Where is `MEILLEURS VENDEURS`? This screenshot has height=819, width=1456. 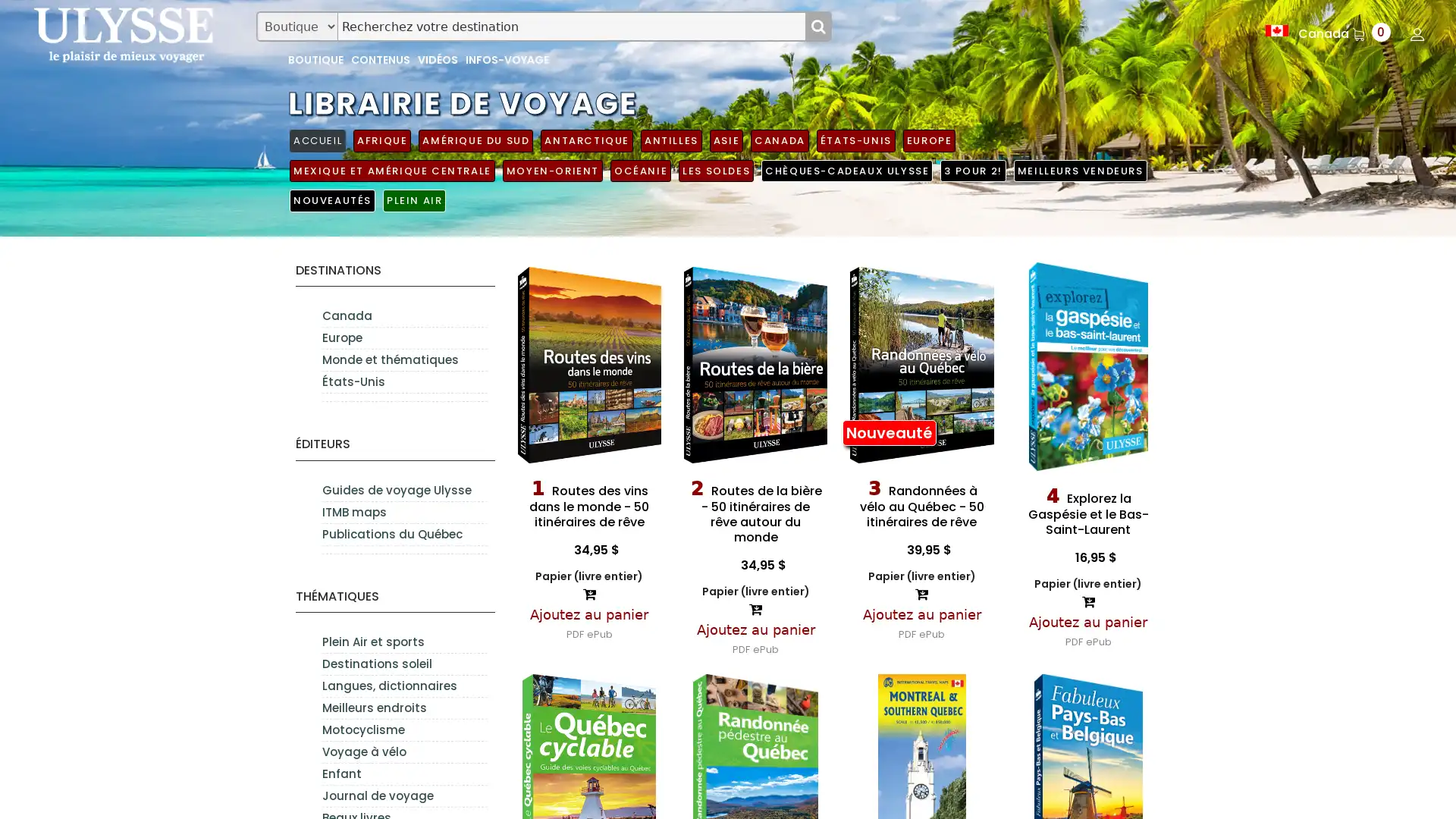 MEILLEURS VENDEURS is located at coordinates (1079, 170).